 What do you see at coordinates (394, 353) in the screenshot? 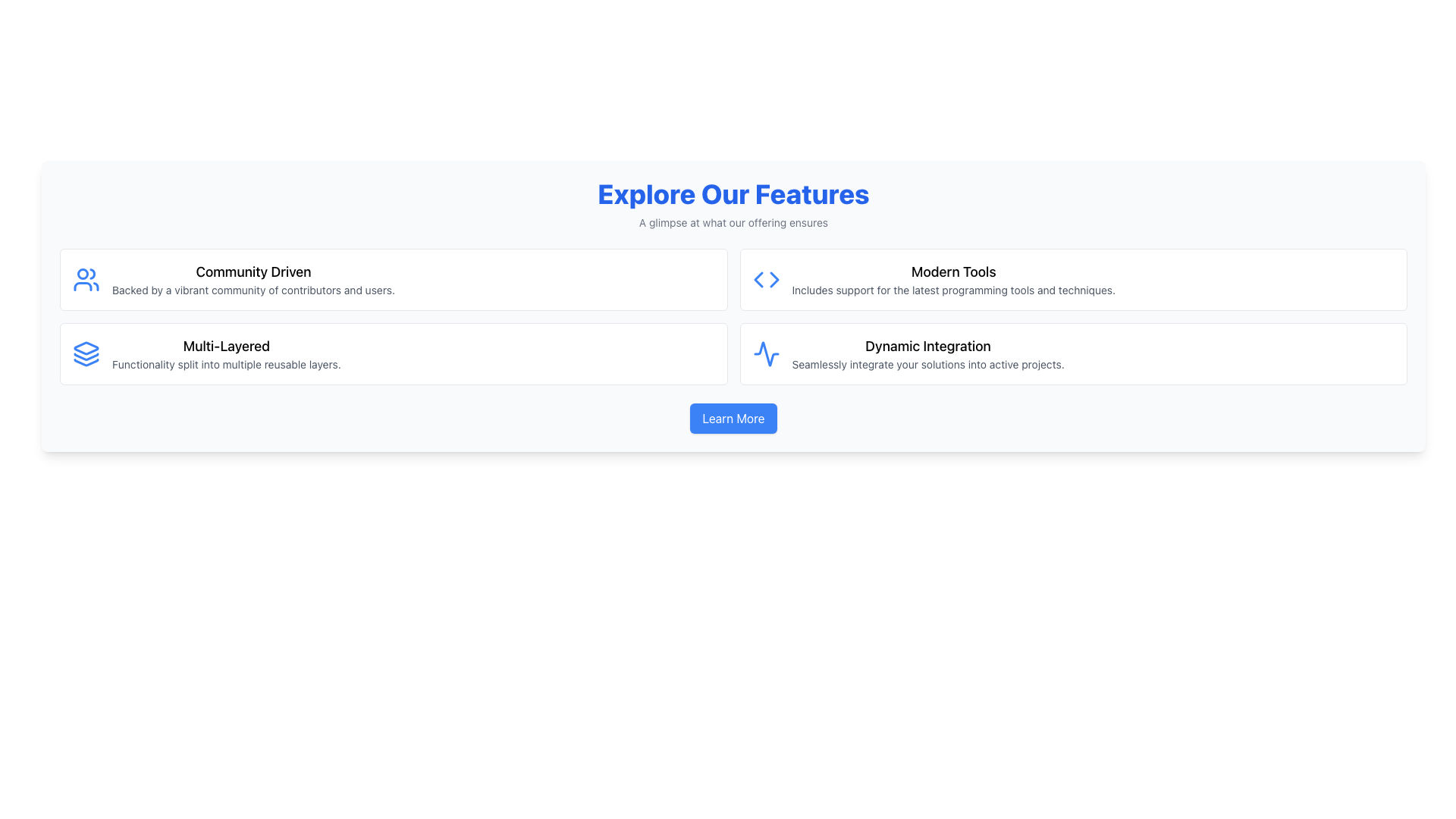
I see `the Informational card located in the lower left quadrant of the grid layout, positioned below the 'Community Driven' card and to the left of the 'Dynamic Integration' card, if it is clickable` at bounding box center [394, 353].